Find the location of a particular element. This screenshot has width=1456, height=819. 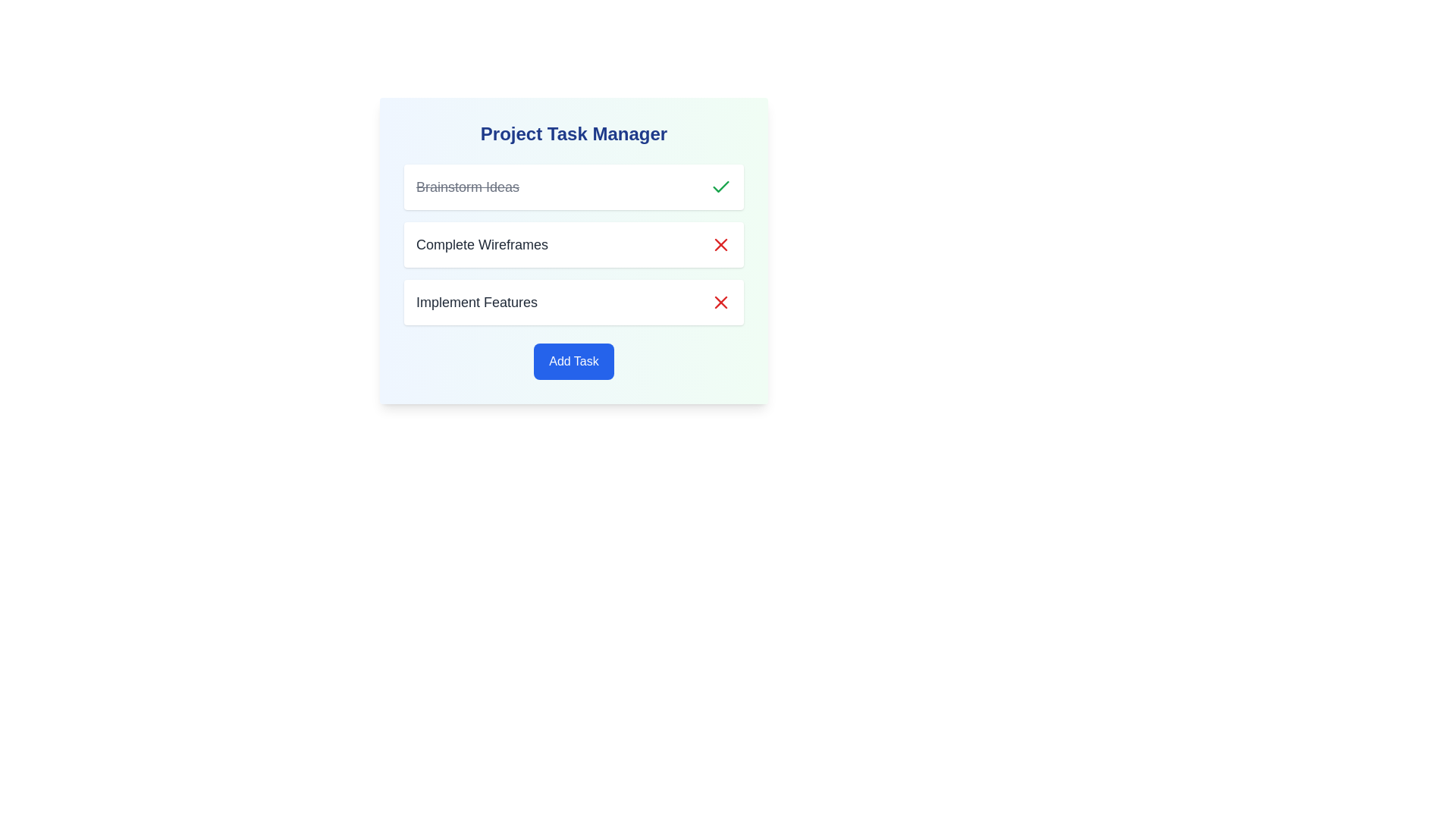

the graphic icon (checkmark) indicating task completion in the task management interface, located above and to the right of the 'Brainstorm Ideas' text is located at coordinates (720, 186).